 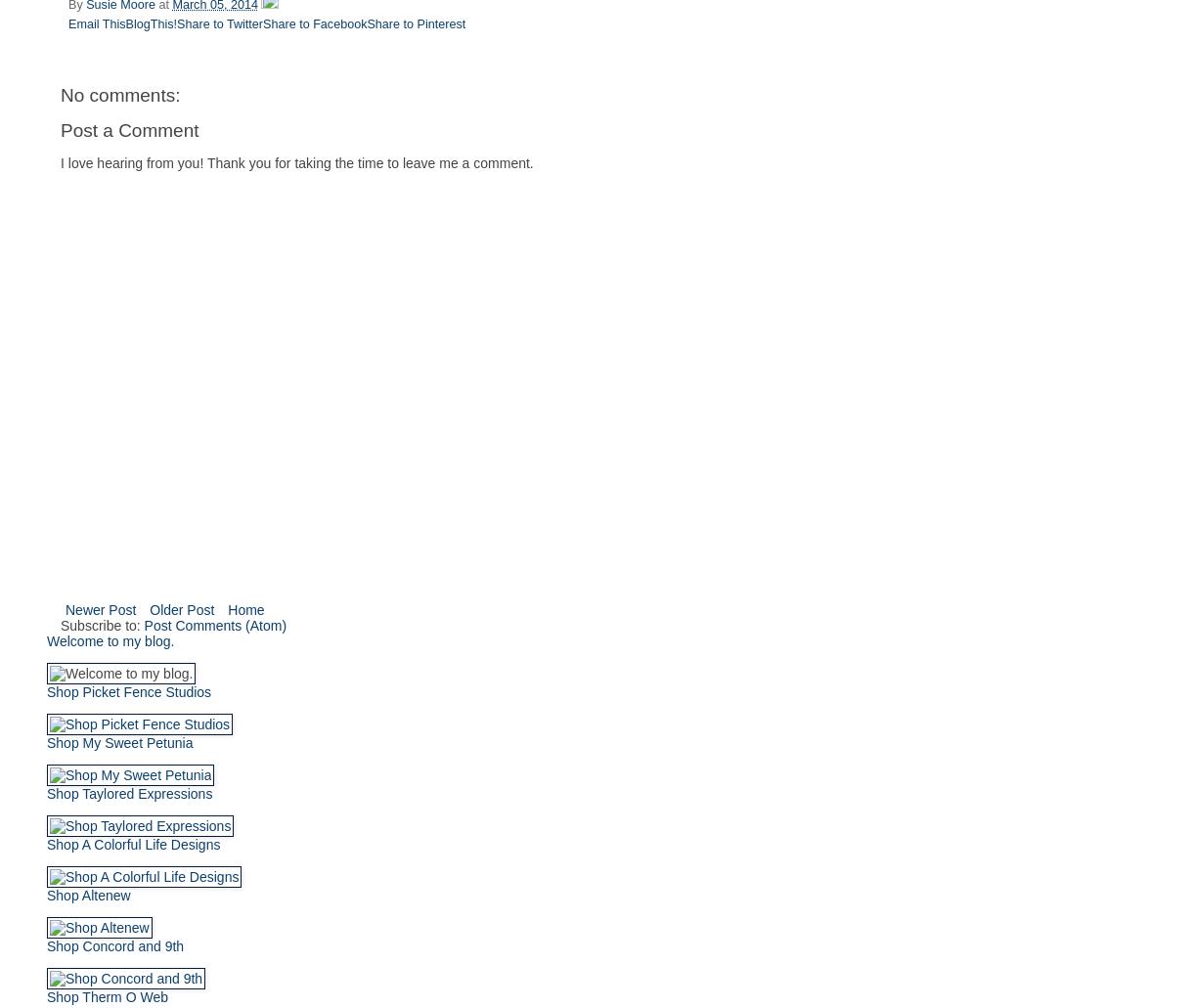 What do you see at coordinates (296, 160) in the screenshot?
I see `'I love hearing from you!  Thank you for taking the time to leave me a comment.'` at bounding box center [296, 160].